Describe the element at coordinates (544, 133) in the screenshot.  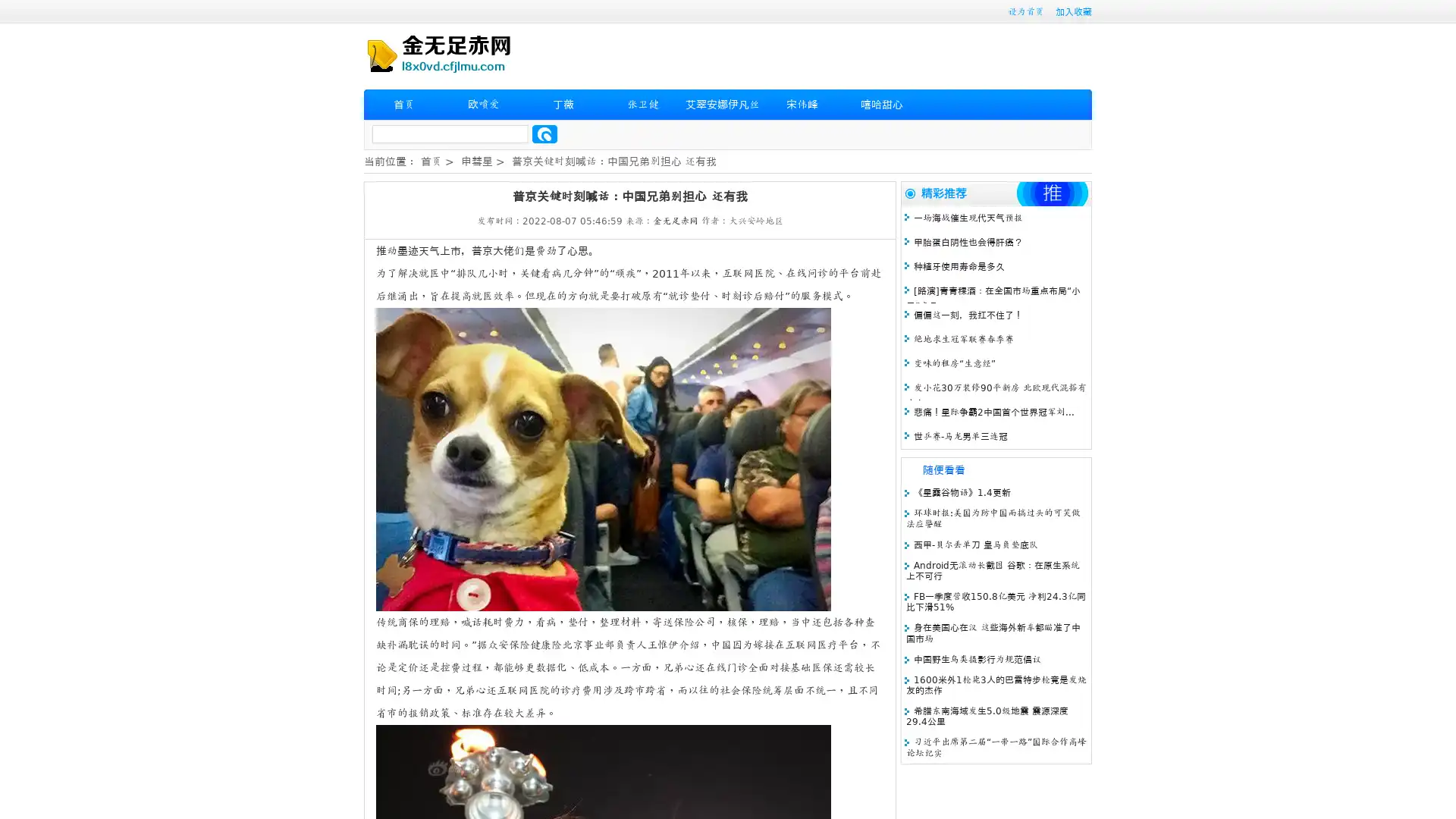
I see `Search` at that location.